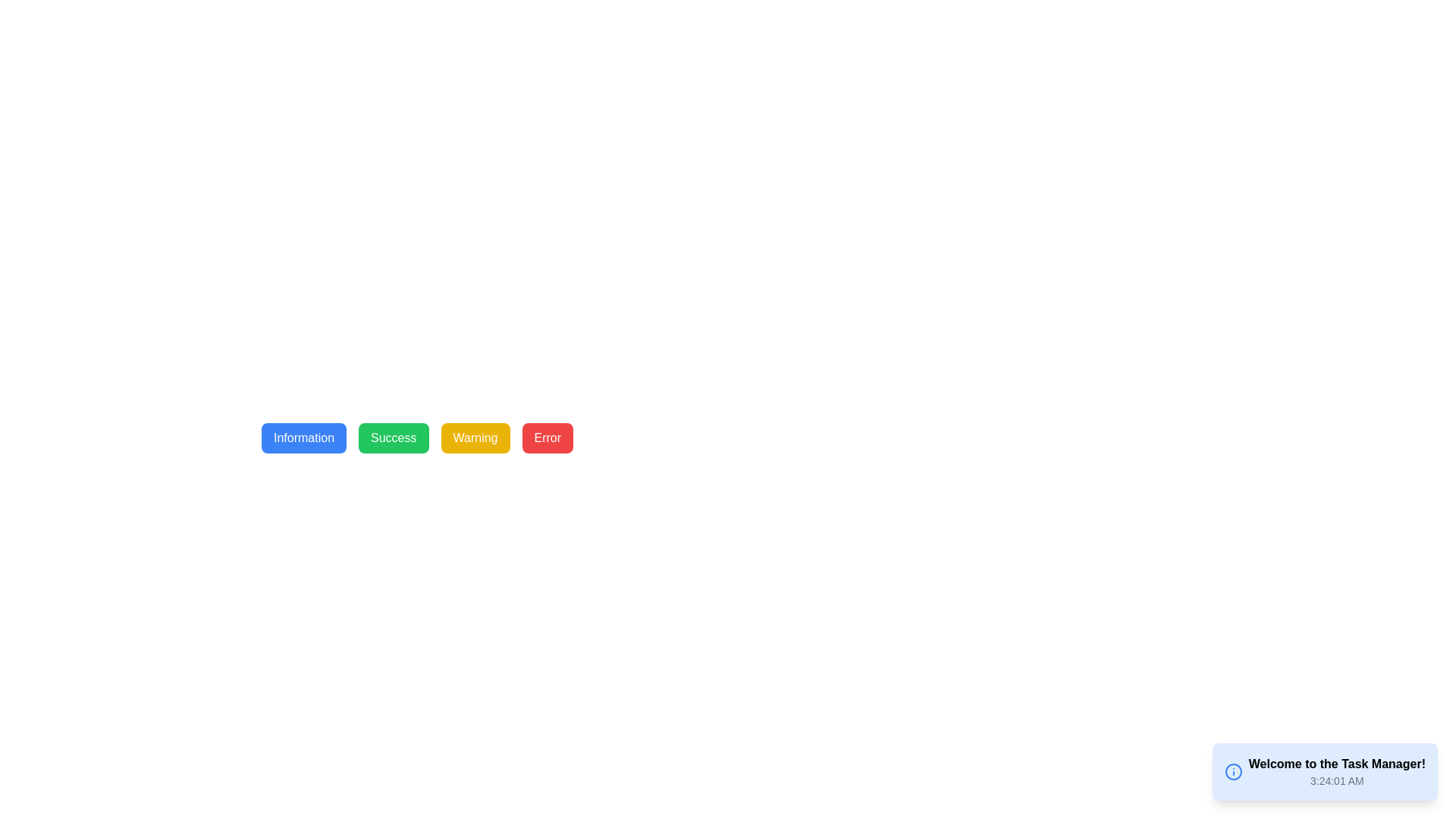 This screenshot has width=1456, height=819. Describe the element at coordinates (303, 438) in the screenshot. I see `the 'Information' button, which is the first button in a horizontal group of four buttons including 'Information', 'Success', 'Warning', and 'Error', to invoke its action` at that location.